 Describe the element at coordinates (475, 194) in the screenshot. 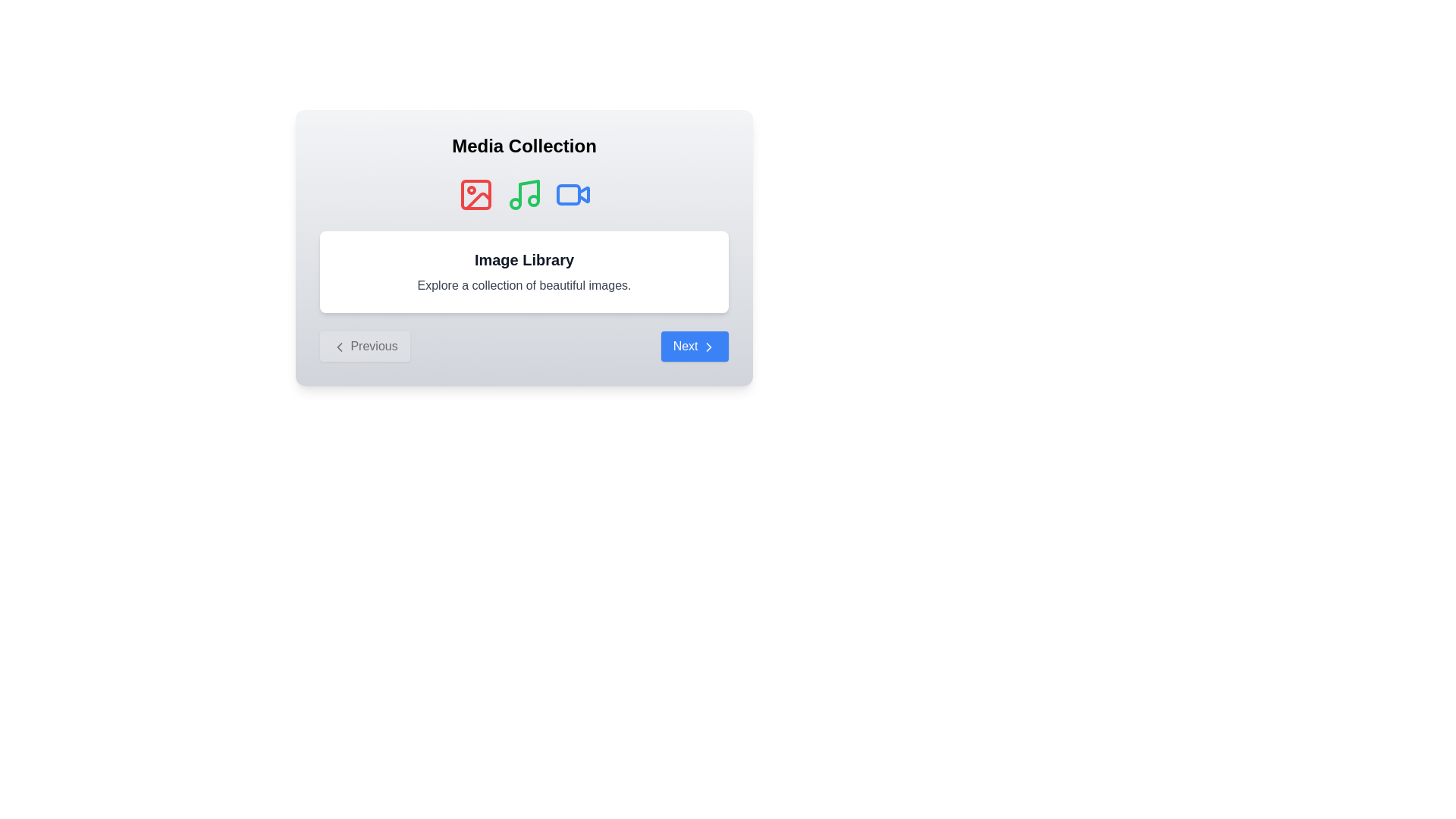

I see `the image icon to select the corresponding media library` at that location.